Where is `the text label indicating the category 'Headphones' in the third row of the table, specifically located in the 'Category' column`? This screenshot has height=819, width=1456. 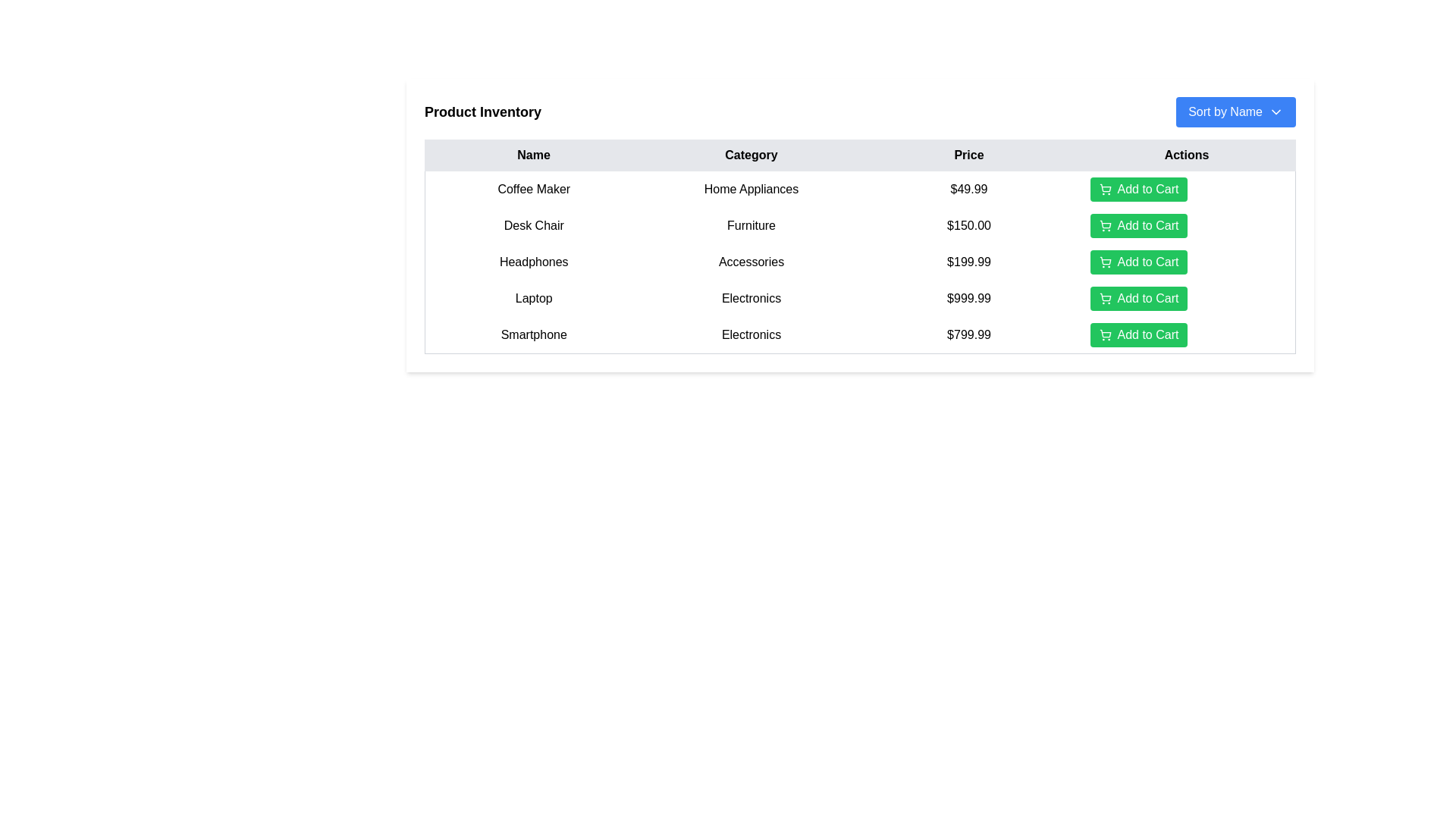
the text label indicating the category 'Headphones' in the third row of the table, specifically located in the 'Category' column is located at coordinates (751, 262).